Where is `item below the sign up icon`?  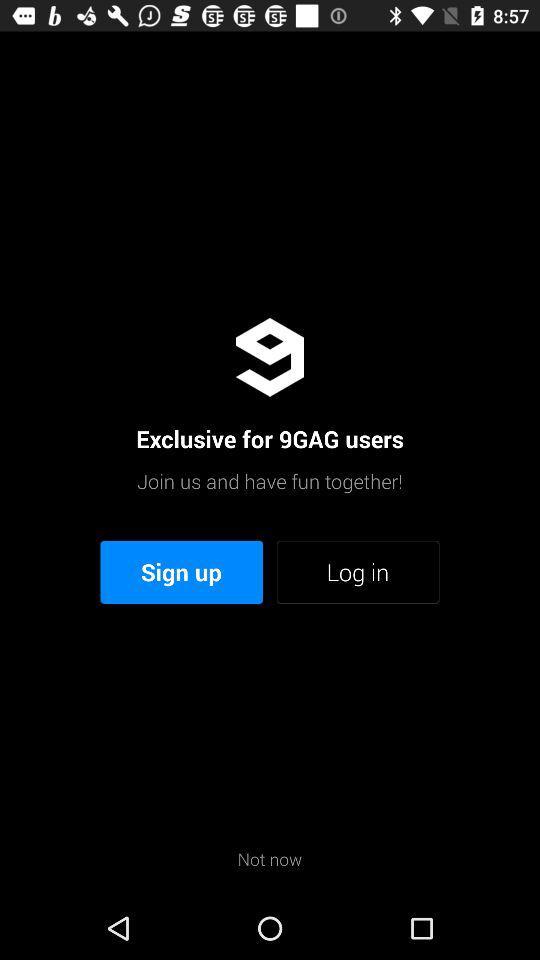
item below the sign up icon is located at coordinates (270, 858).